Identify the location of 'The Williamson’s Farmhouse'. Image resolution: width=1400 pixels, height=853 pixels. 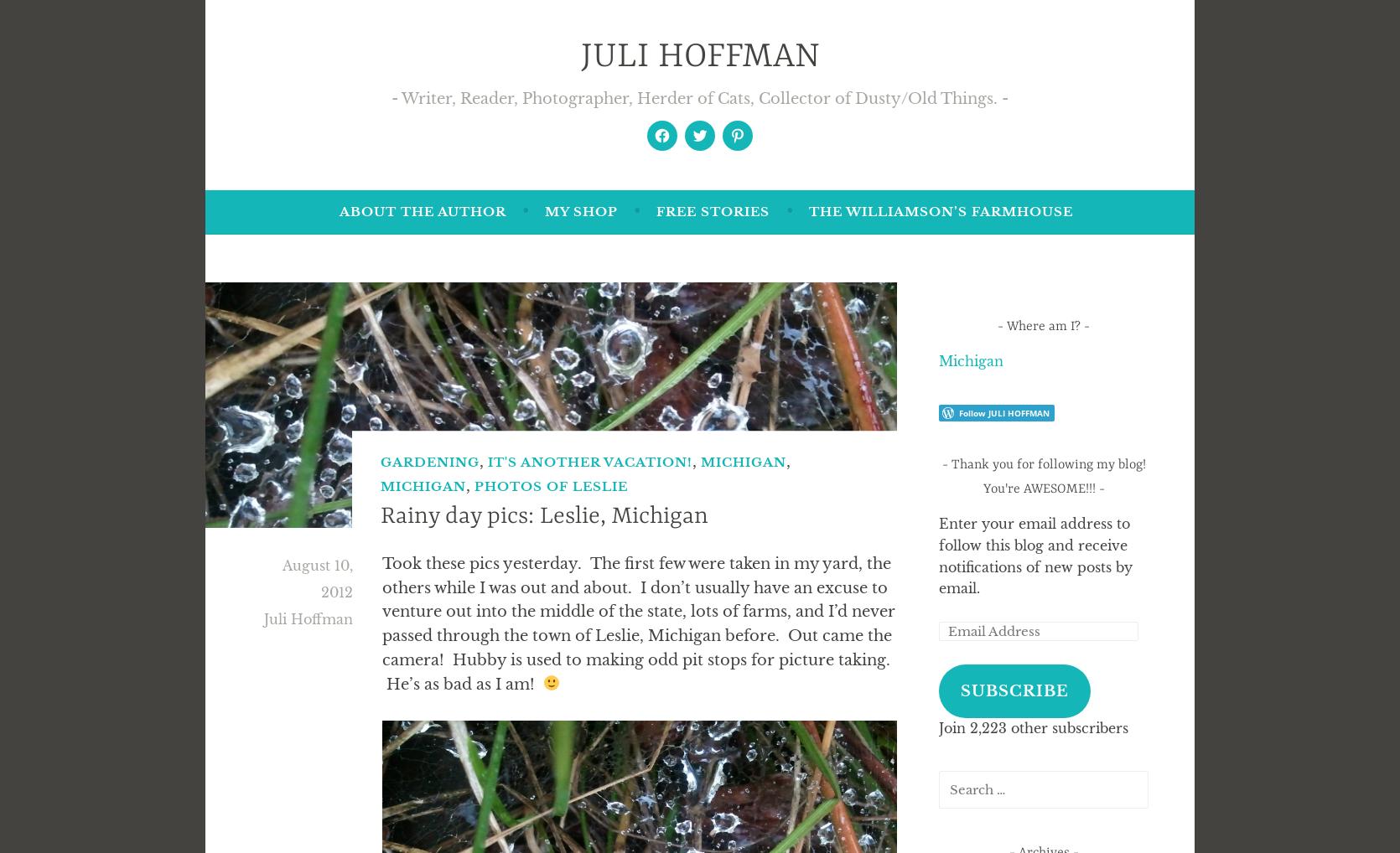
(806, 209).